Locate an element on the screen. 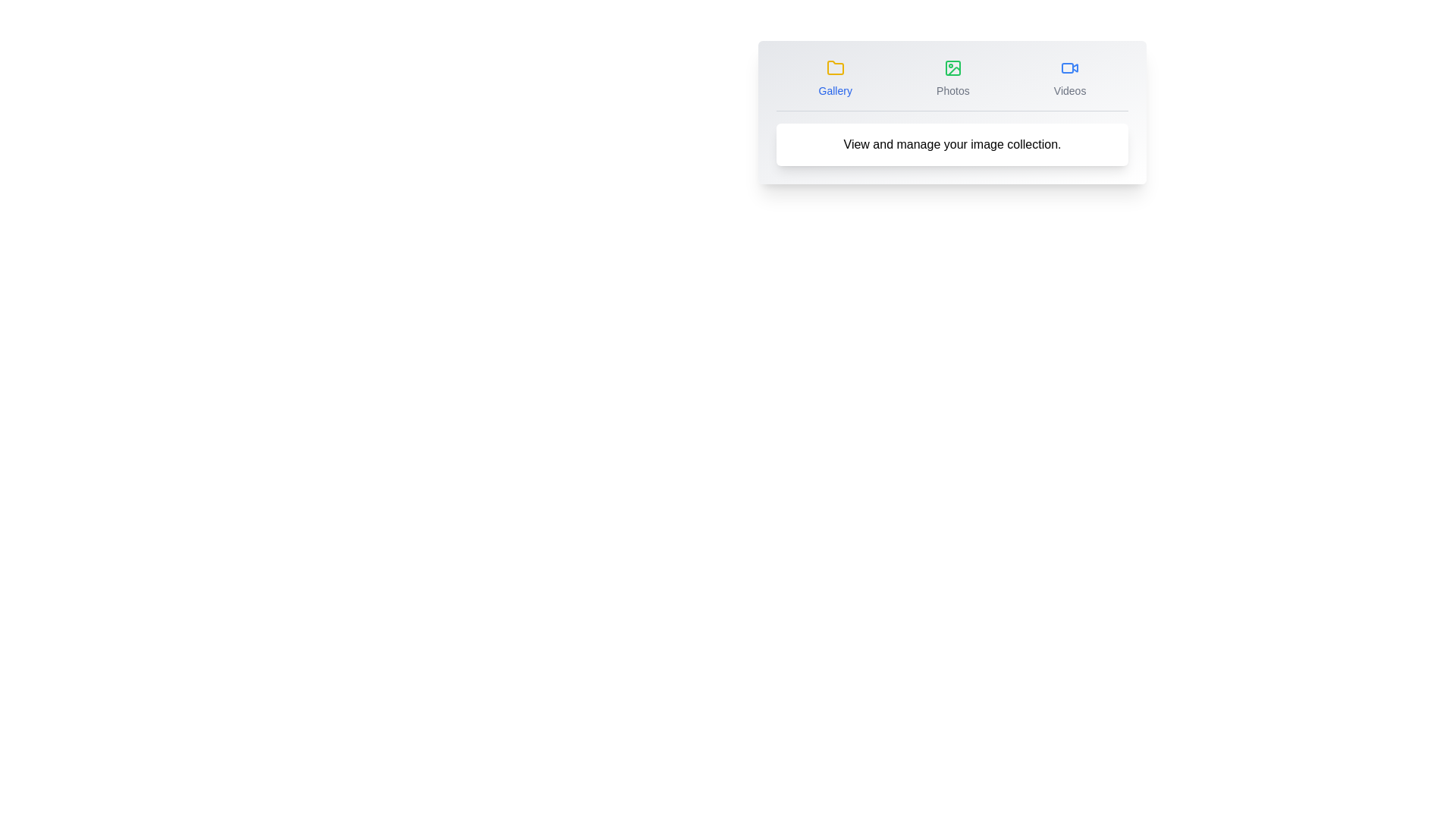 The image size is (1456, 819). the Gallery tab is located at coordinates (834, 79).